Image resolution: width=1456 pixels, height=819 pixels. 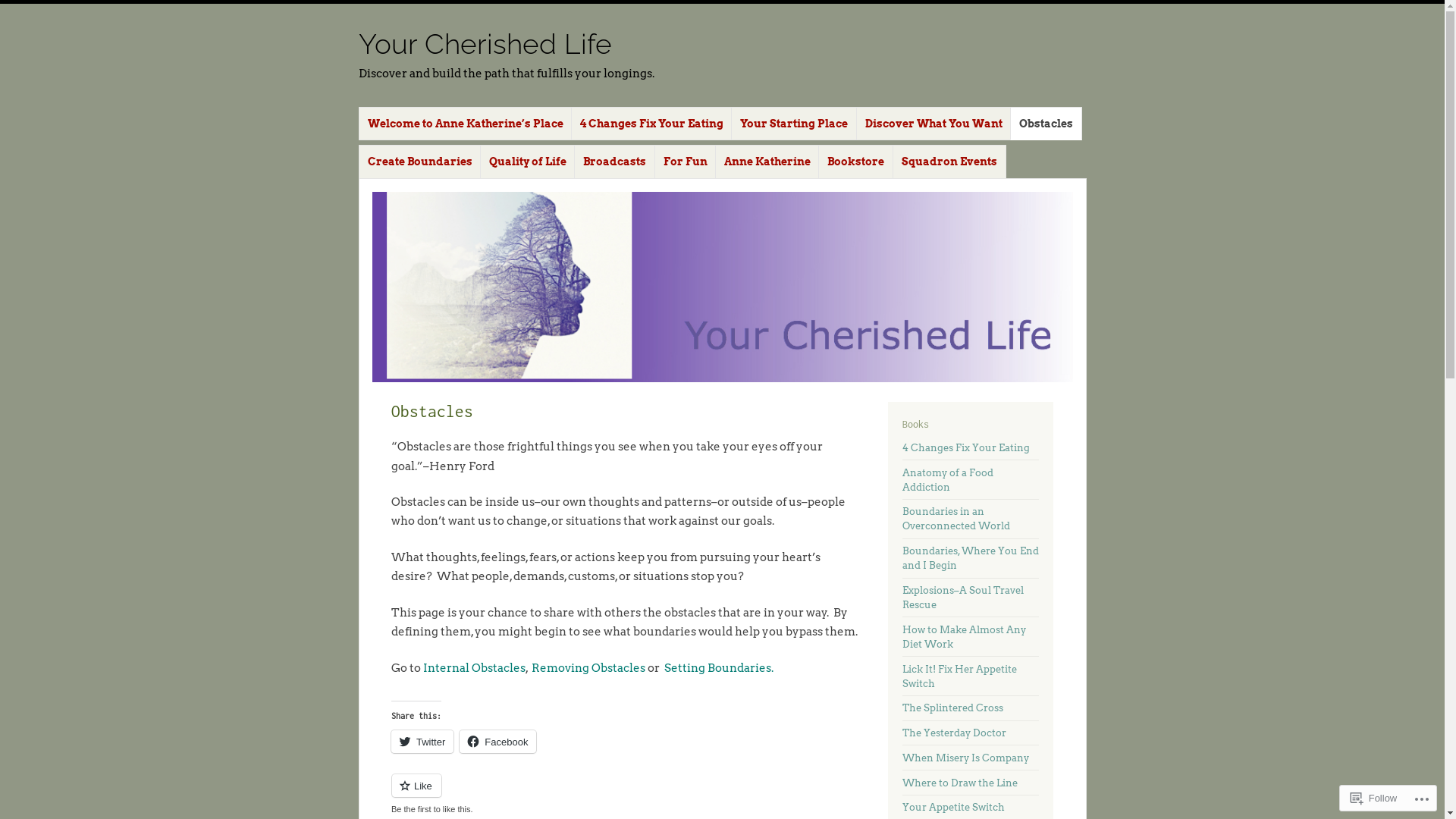 I want to click on 'Squadron Events', so click(x=949, y=162).